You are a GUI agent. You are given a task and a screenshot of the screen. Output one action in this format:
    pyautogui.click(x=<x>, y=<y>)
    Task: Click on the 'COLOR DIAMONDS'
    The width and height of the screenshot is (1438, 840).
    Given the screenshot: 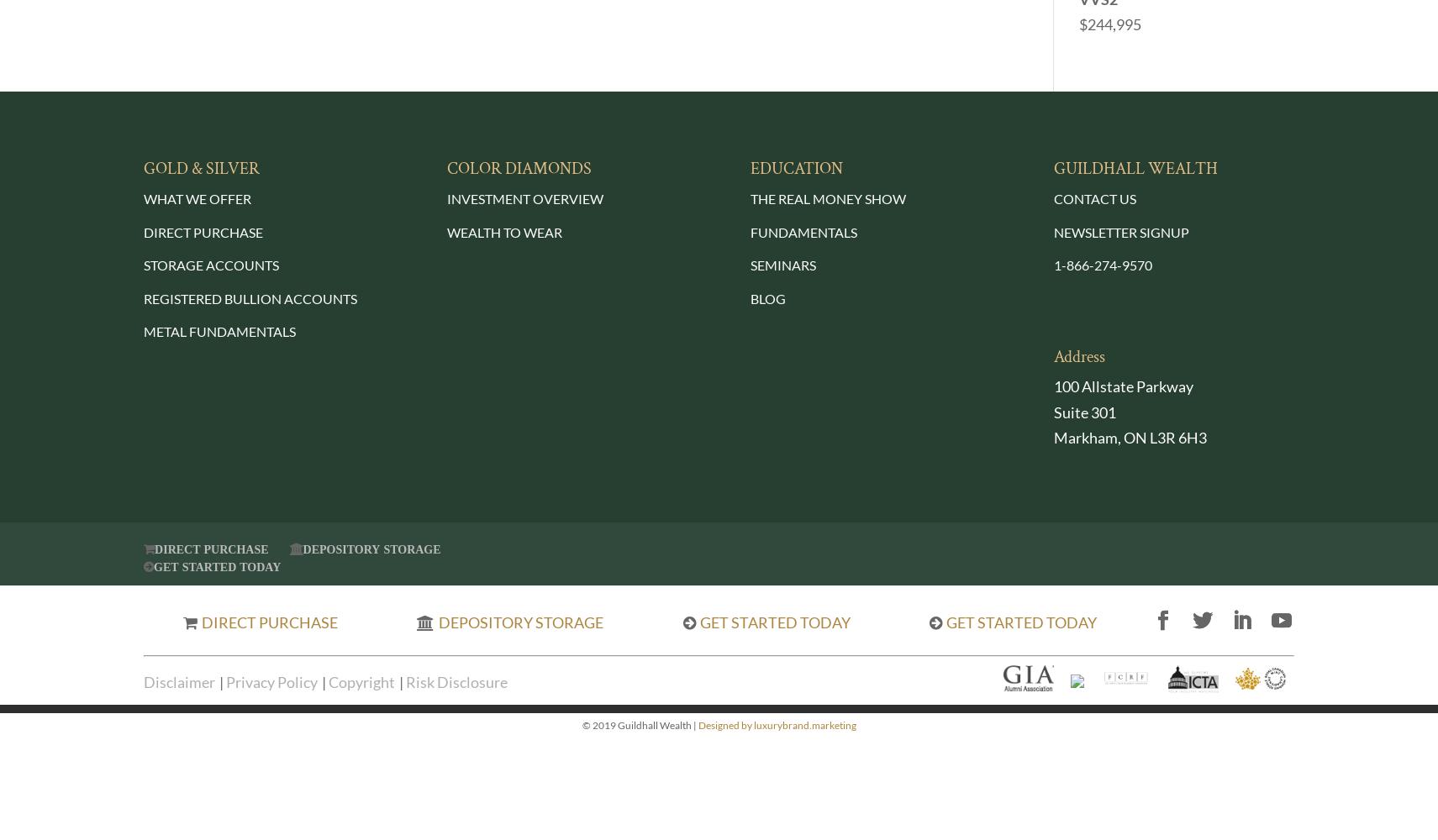 What is the action you would take?
    pyautogui.click(x=519, y=167)
    